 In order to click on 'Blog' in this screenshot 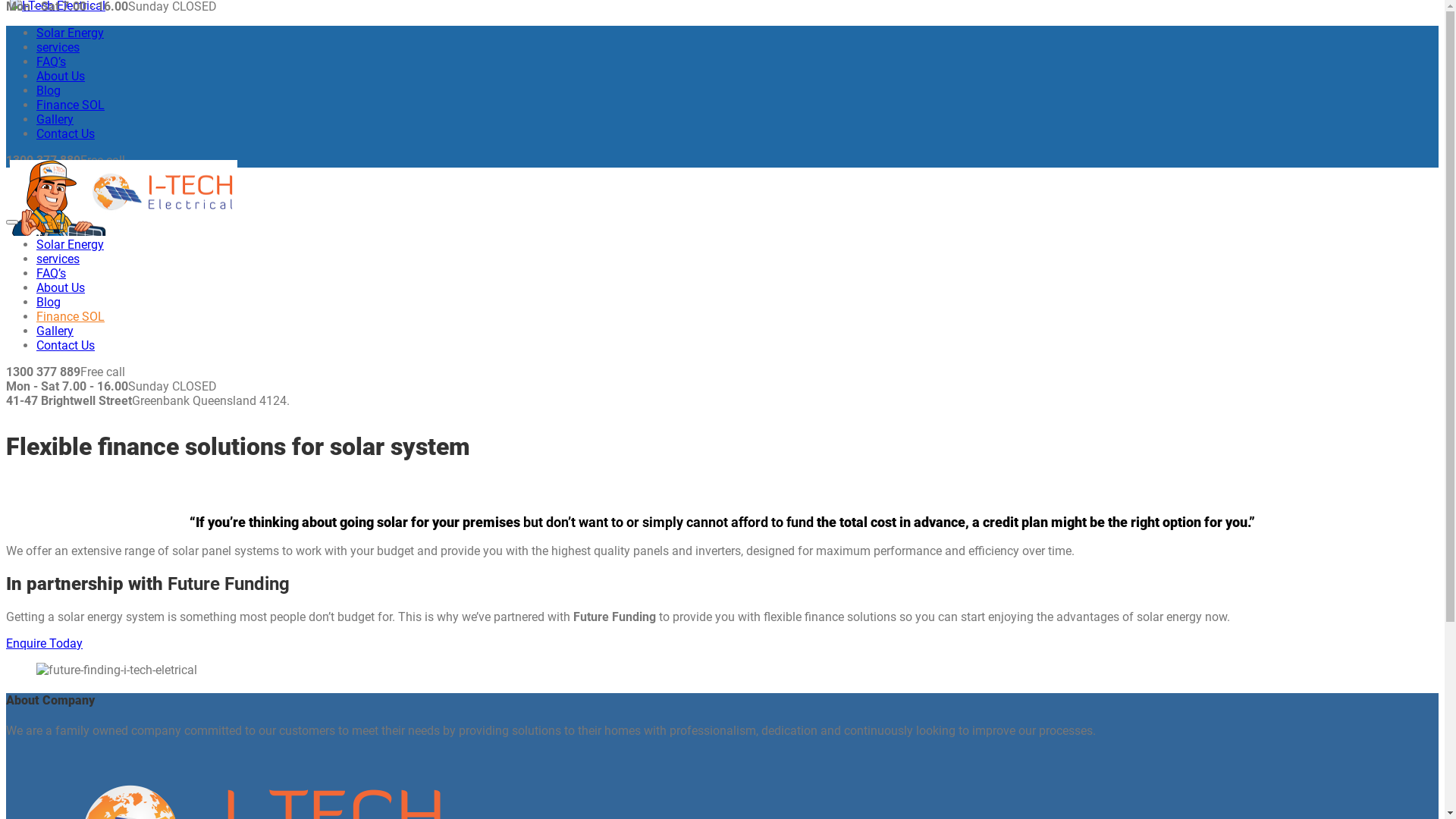, I will do `click(48, 90)`.